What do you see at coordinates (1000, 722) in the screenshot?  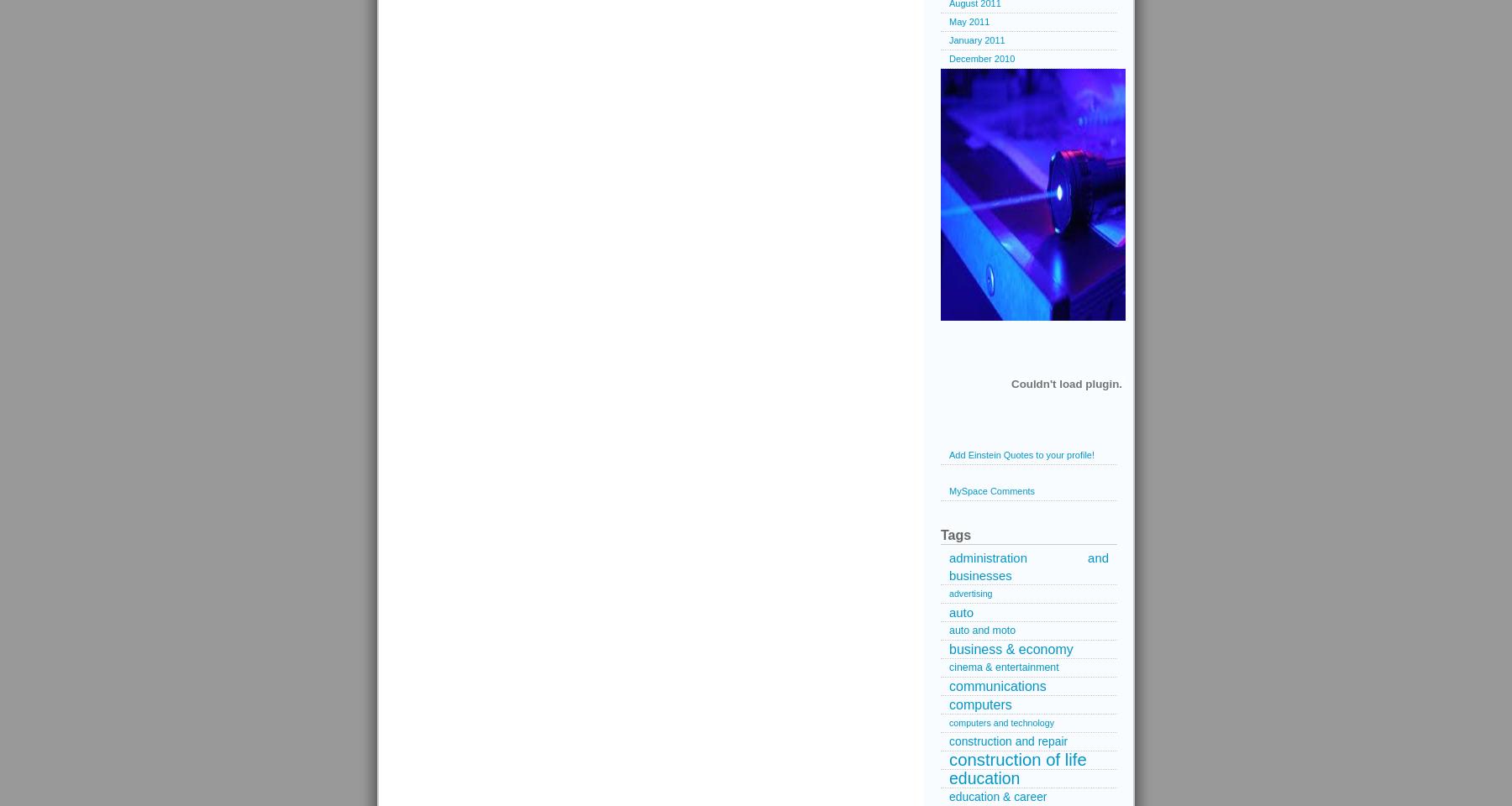 I see `'computers and technology'` at bounding box center [1000, 722].